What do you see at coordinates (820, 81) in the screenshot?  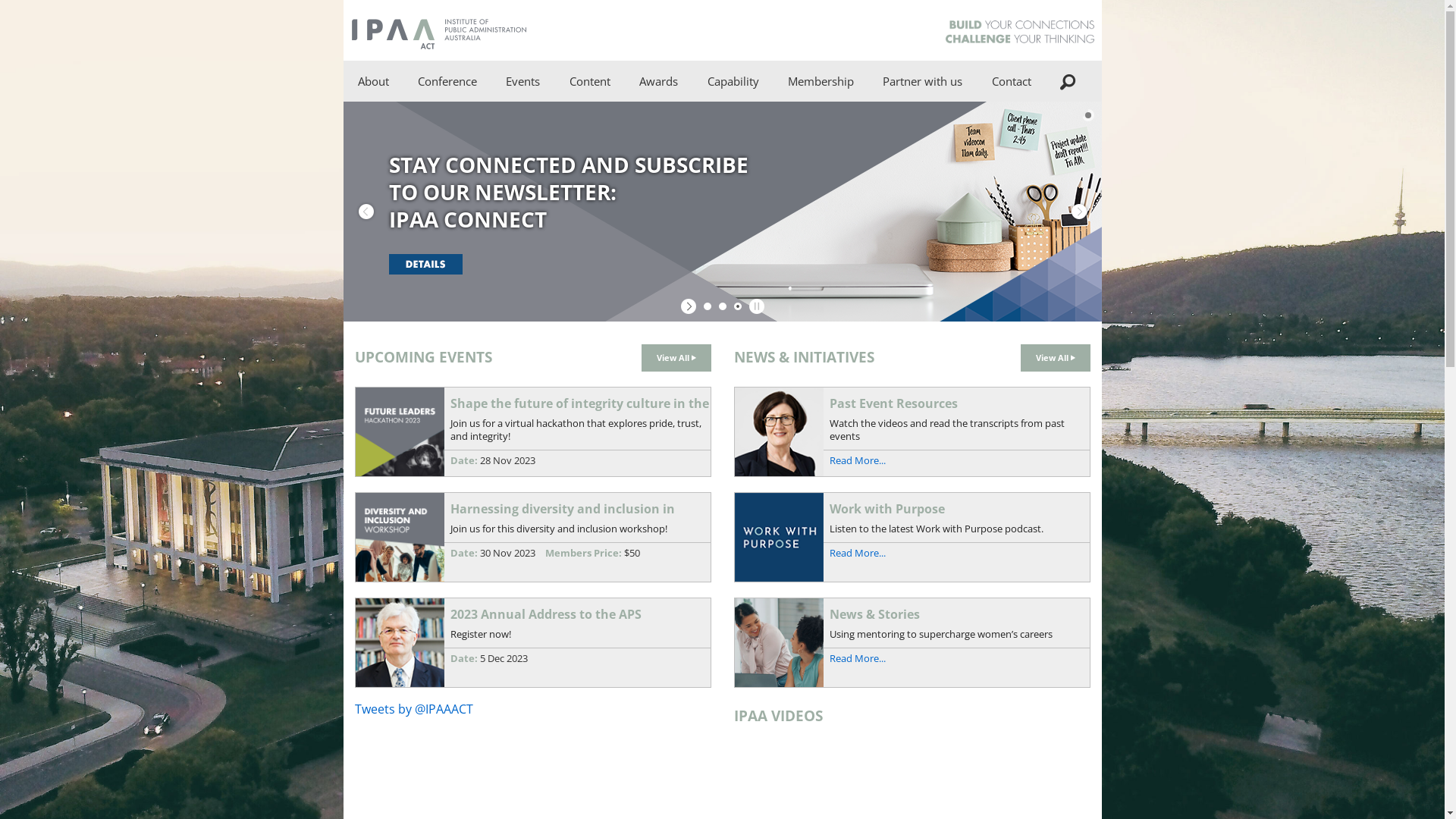 I see `'Membership'` at bounding box center [820, 81].